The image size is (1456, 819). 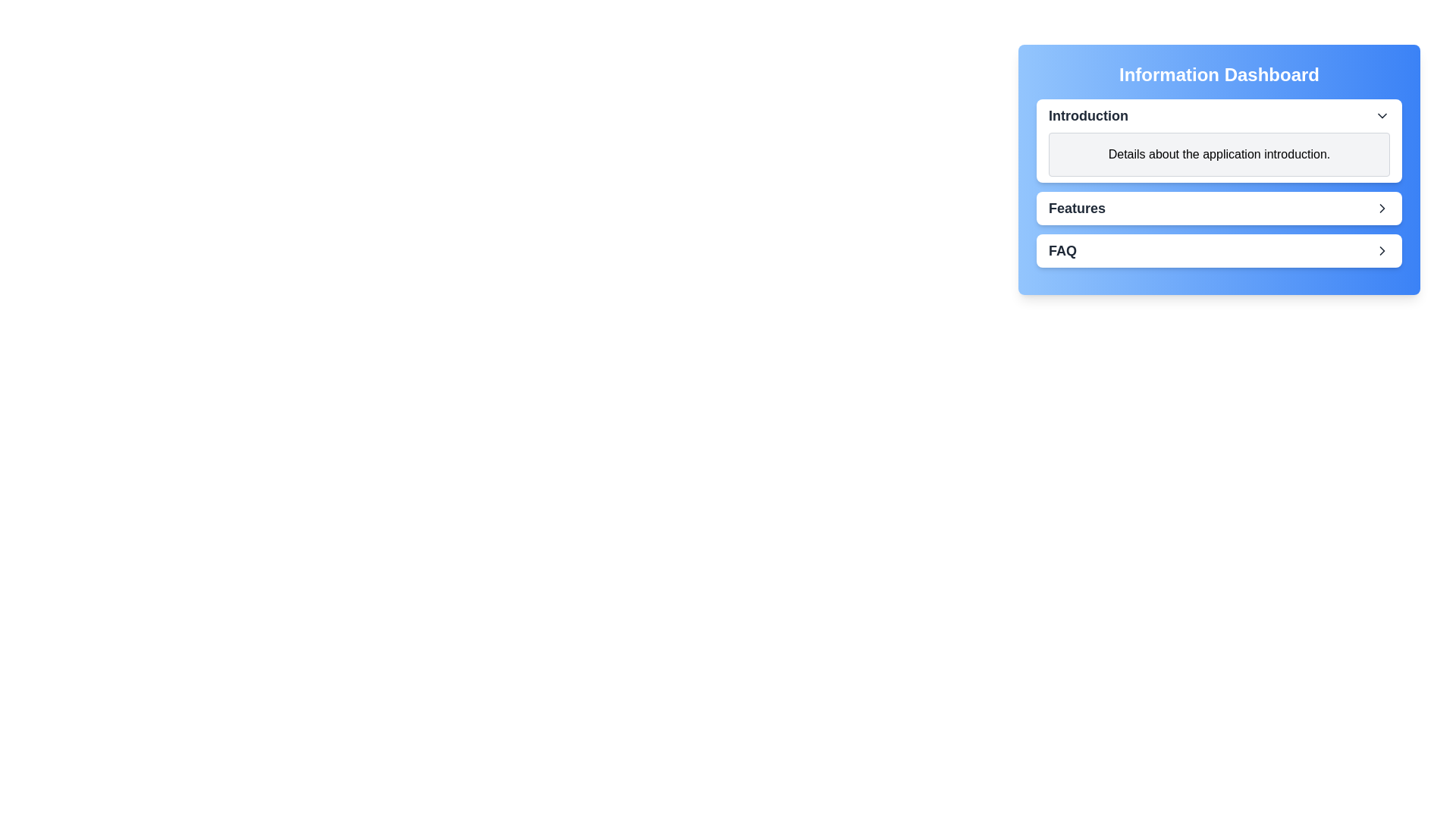 I want to click on the rightward-pointing chevron icon in the 'Features' menu, so click(x=1382, y=208).